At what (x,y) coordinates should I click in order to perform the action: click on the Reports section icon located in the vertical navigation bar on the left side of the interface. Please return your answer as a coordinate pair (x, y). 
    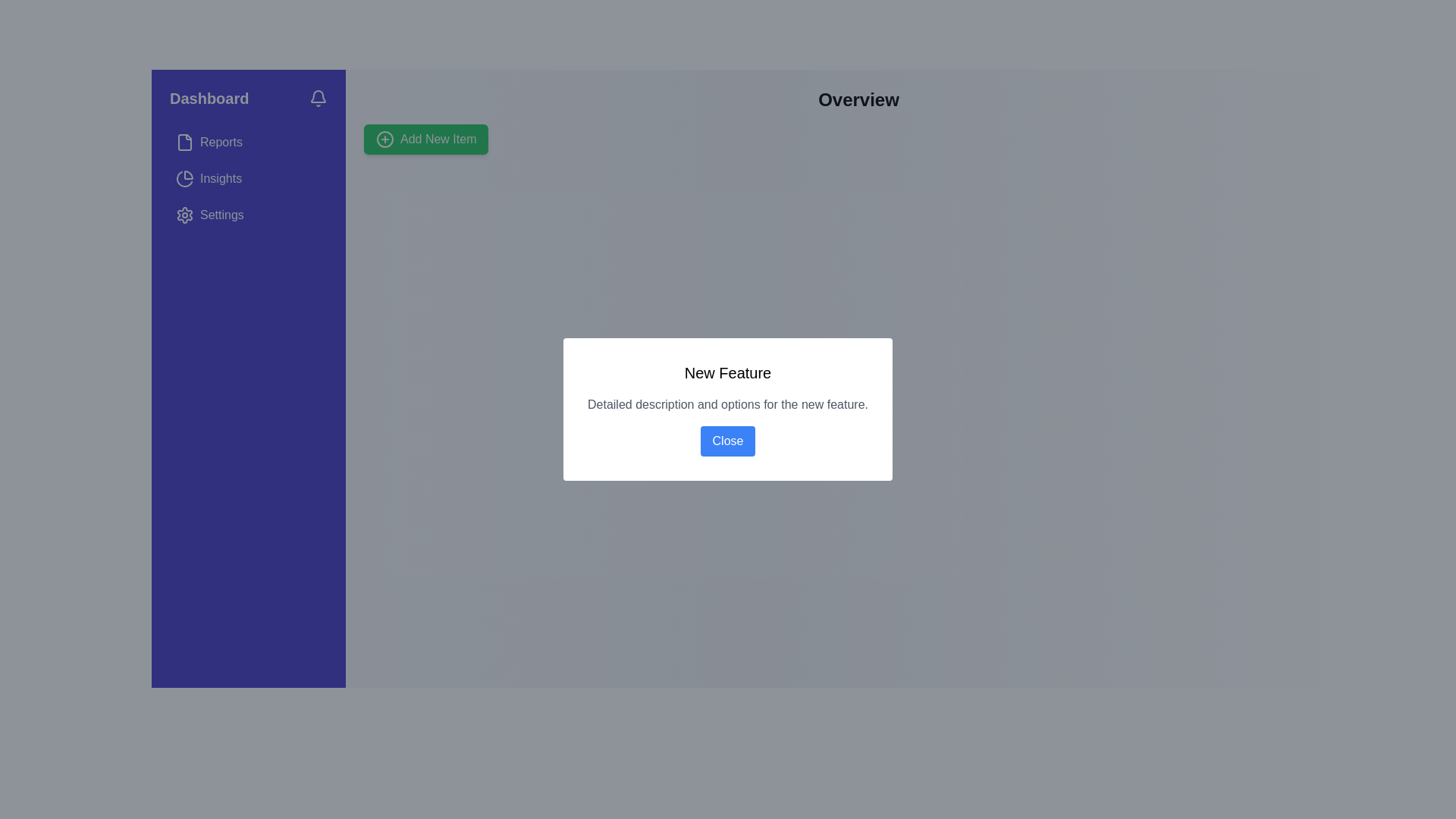
    Looking at the image, I should click on (184, 143).